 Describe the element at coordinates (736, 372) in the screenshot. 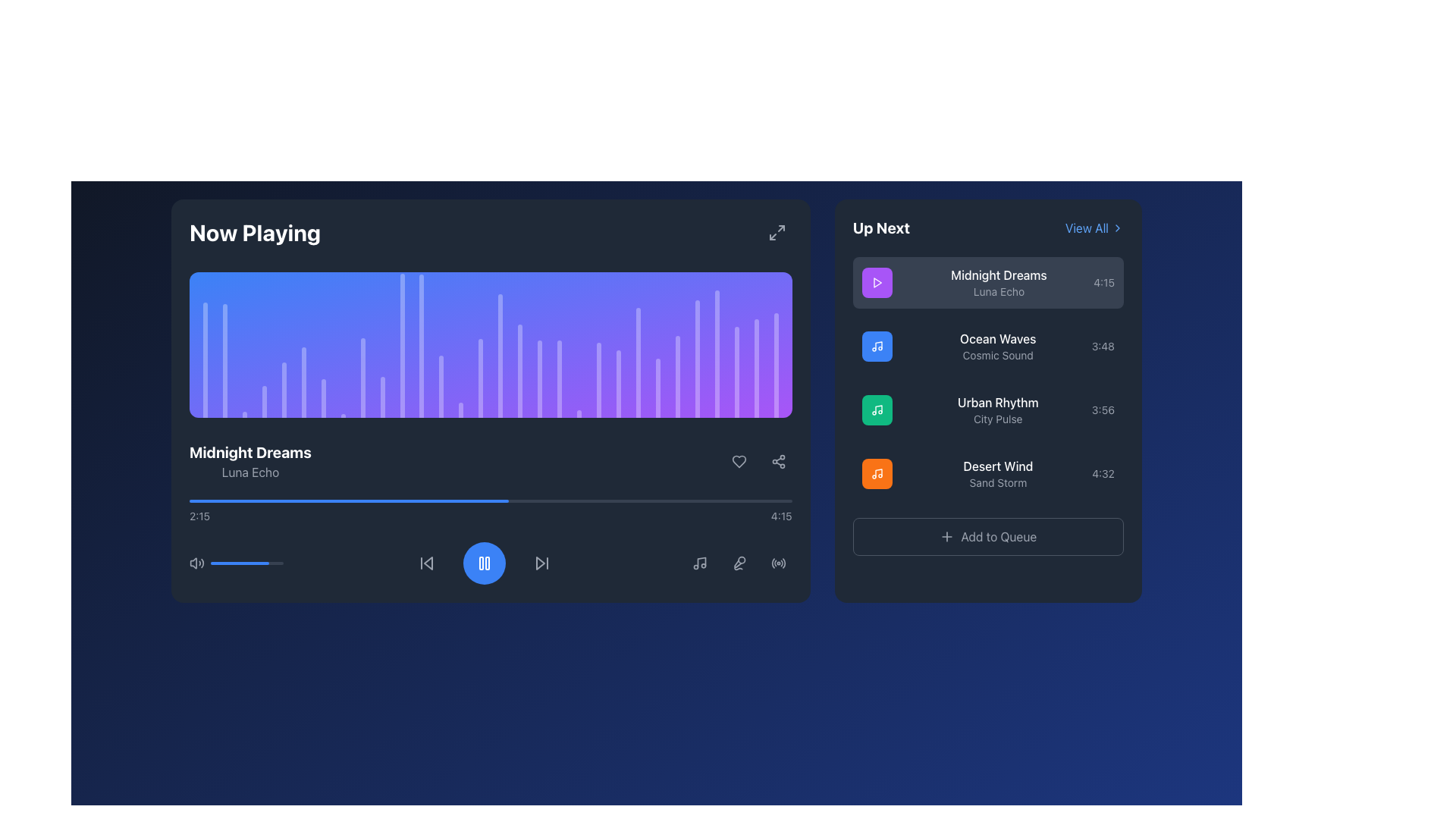

I see `the 28th vertical bar of the visual feedback area in the Now Playing section, which represents audio level or spectrum data` at that location.